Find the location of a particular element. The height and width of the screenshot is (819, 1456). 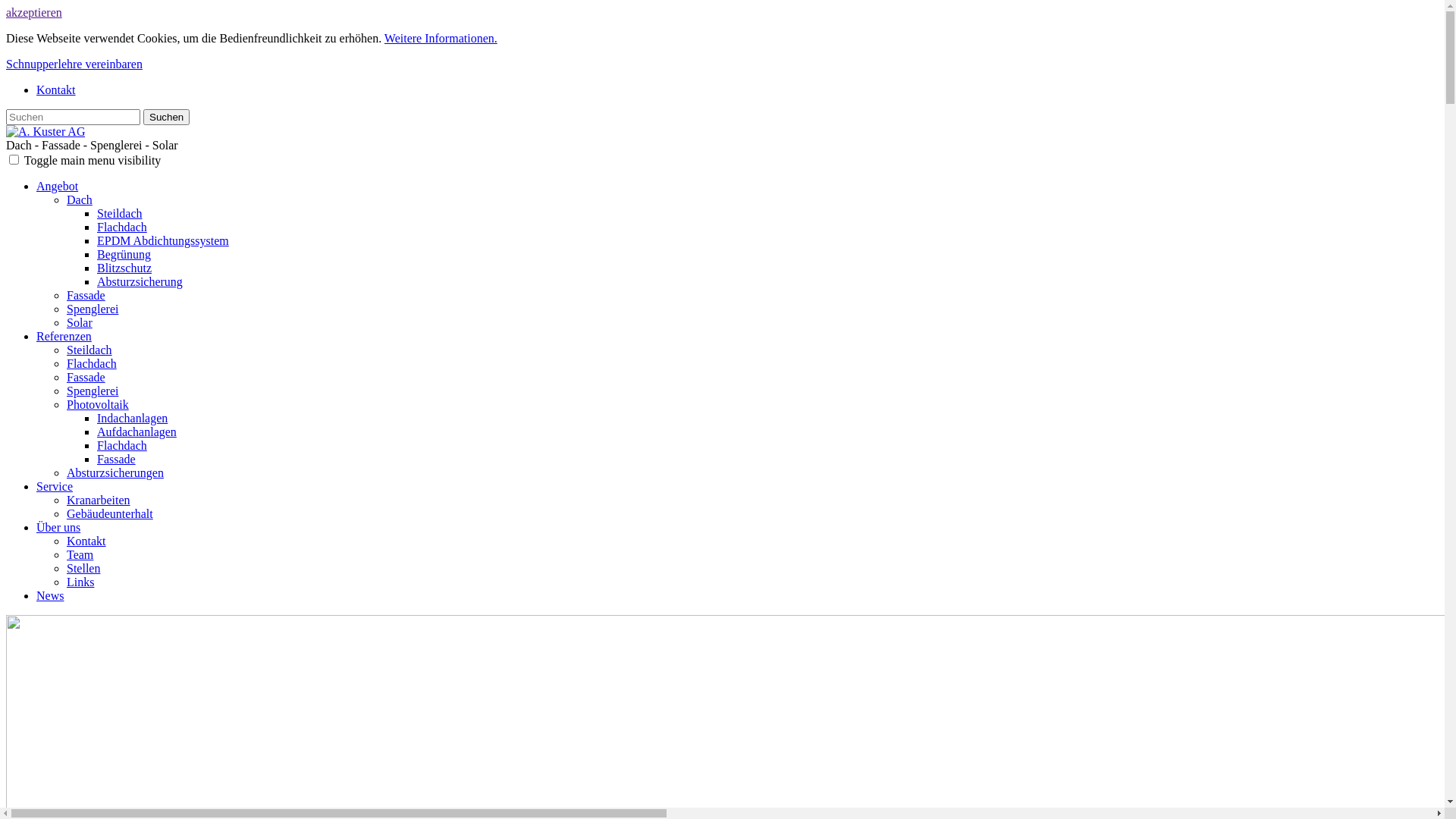

'Service' is located at coordinates (55, 486).